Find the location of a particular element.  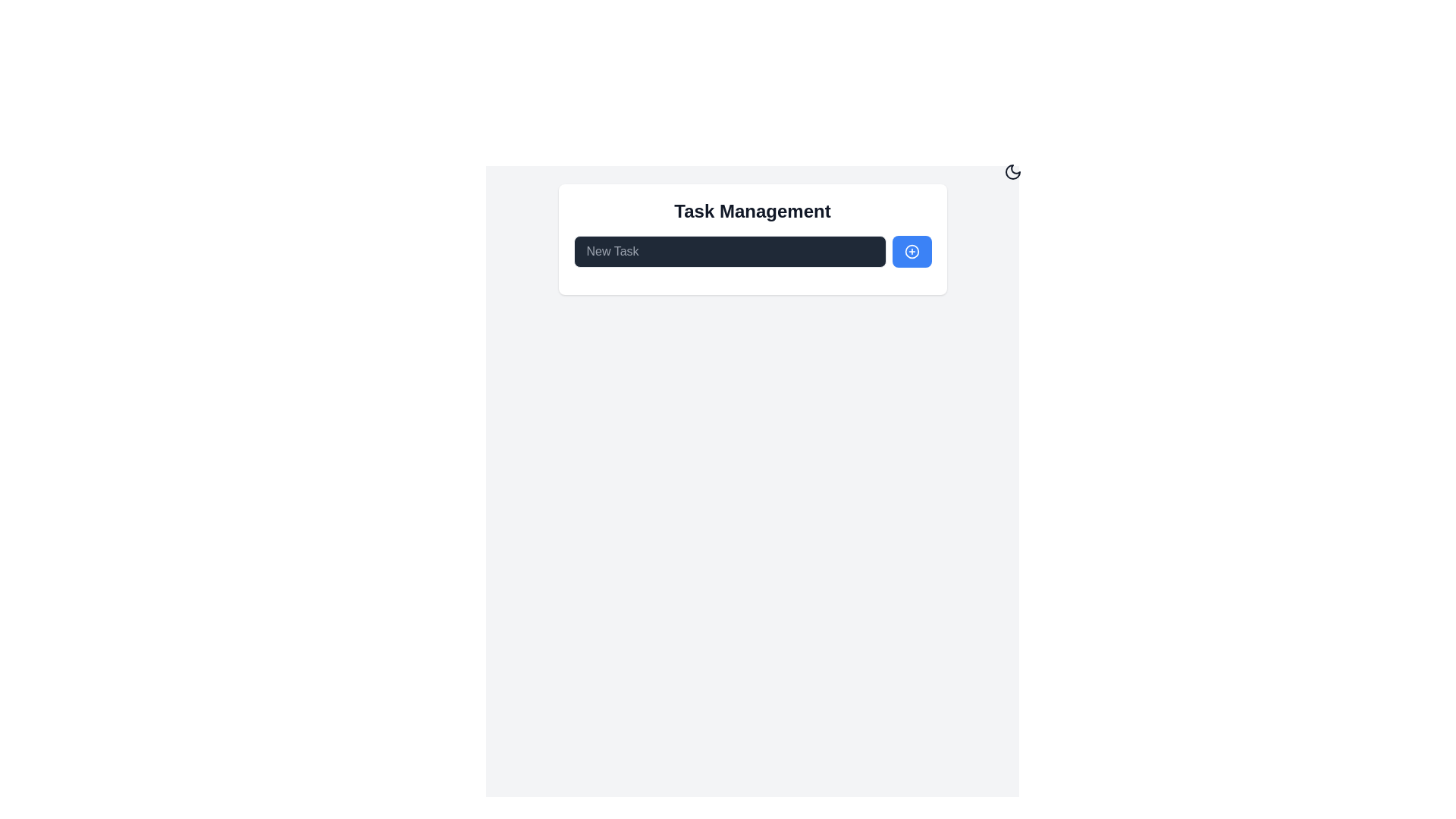

the rounded rectangular text input field with placeholder text 'New Task' is located at coordinates (730, 250).